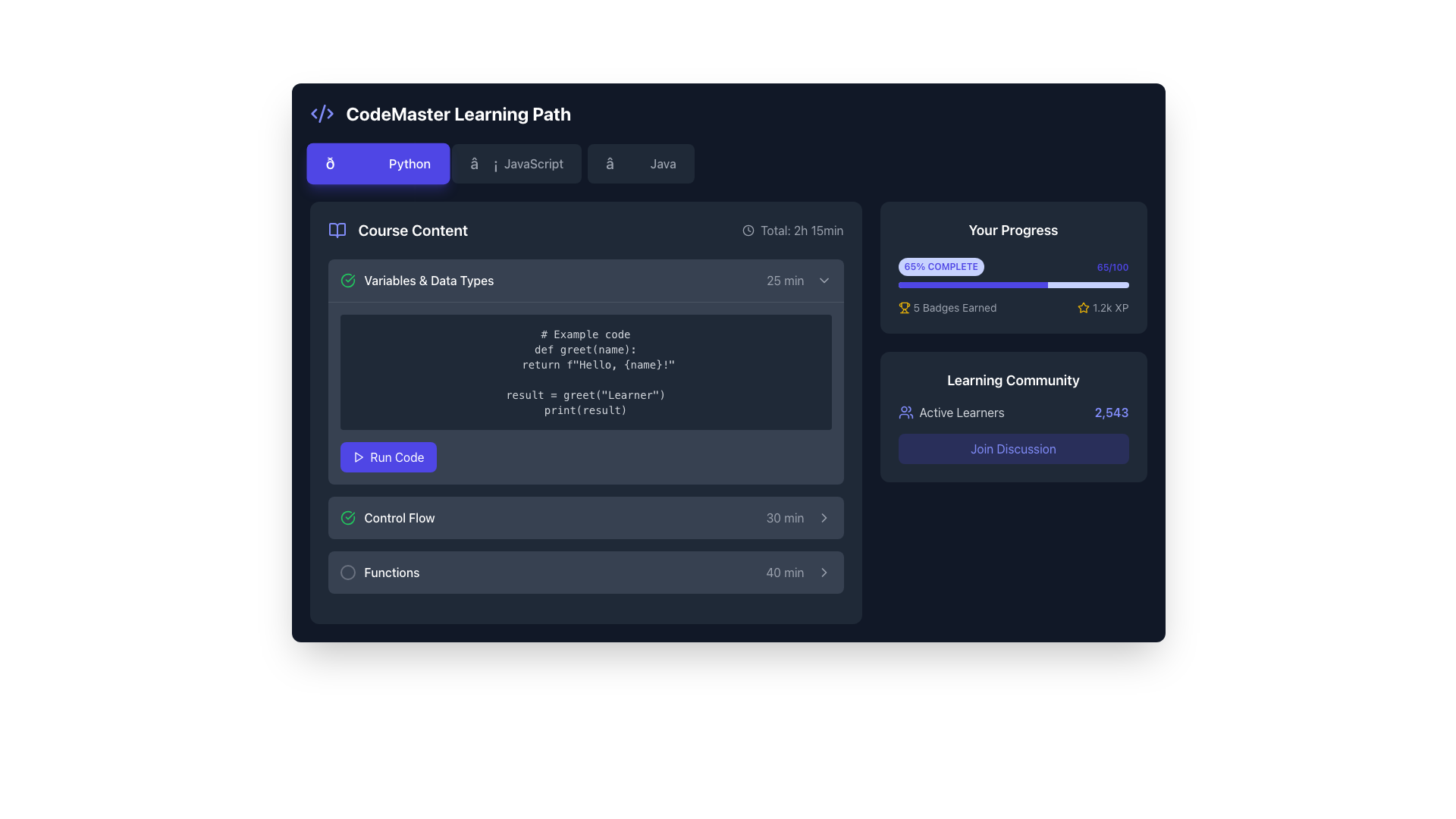 This screenshot has width=1456, height=819. What do you see at coordinates (413, 231) in the screenshot?
I see `the 'Course Content' text label which is displayed in bold white font against a dark background, serving as a section header near the top-left corner of the main content area` at bounding box center [413, 231].